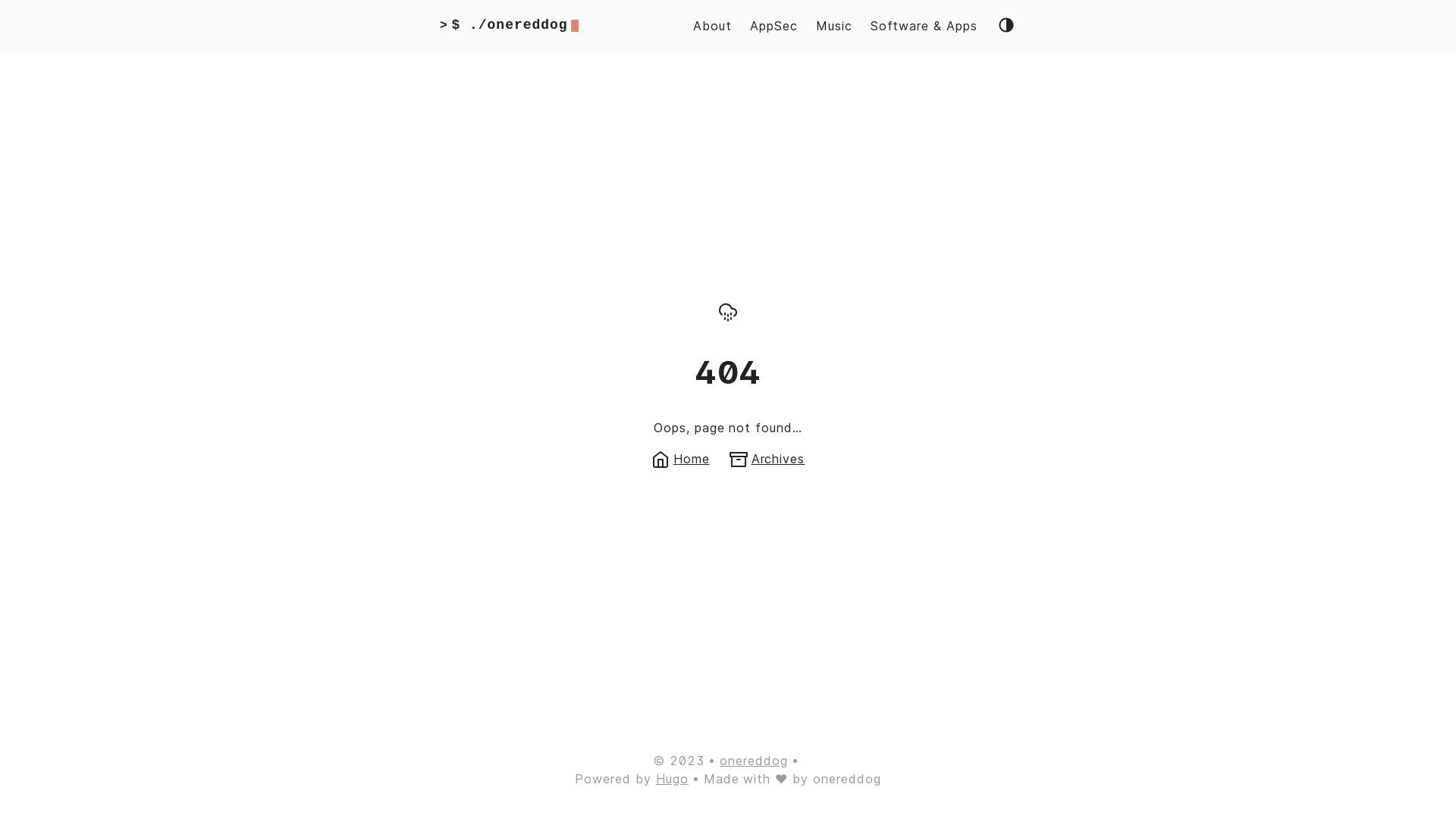 Image resolution: width=1456 pixels, height=819 pixels. I want to click on 'Music', so click(833, 26).